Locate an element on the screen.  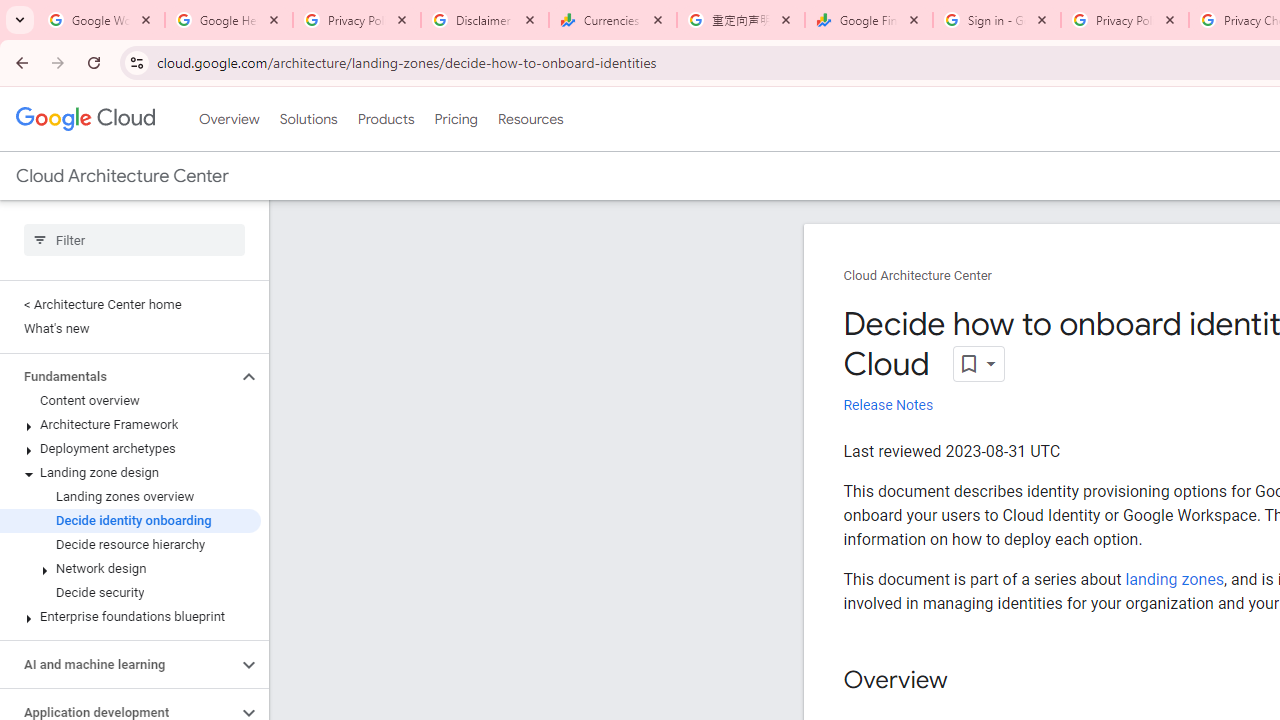
'Sign in - Google Accounts' is located at coordinates (997, 20).